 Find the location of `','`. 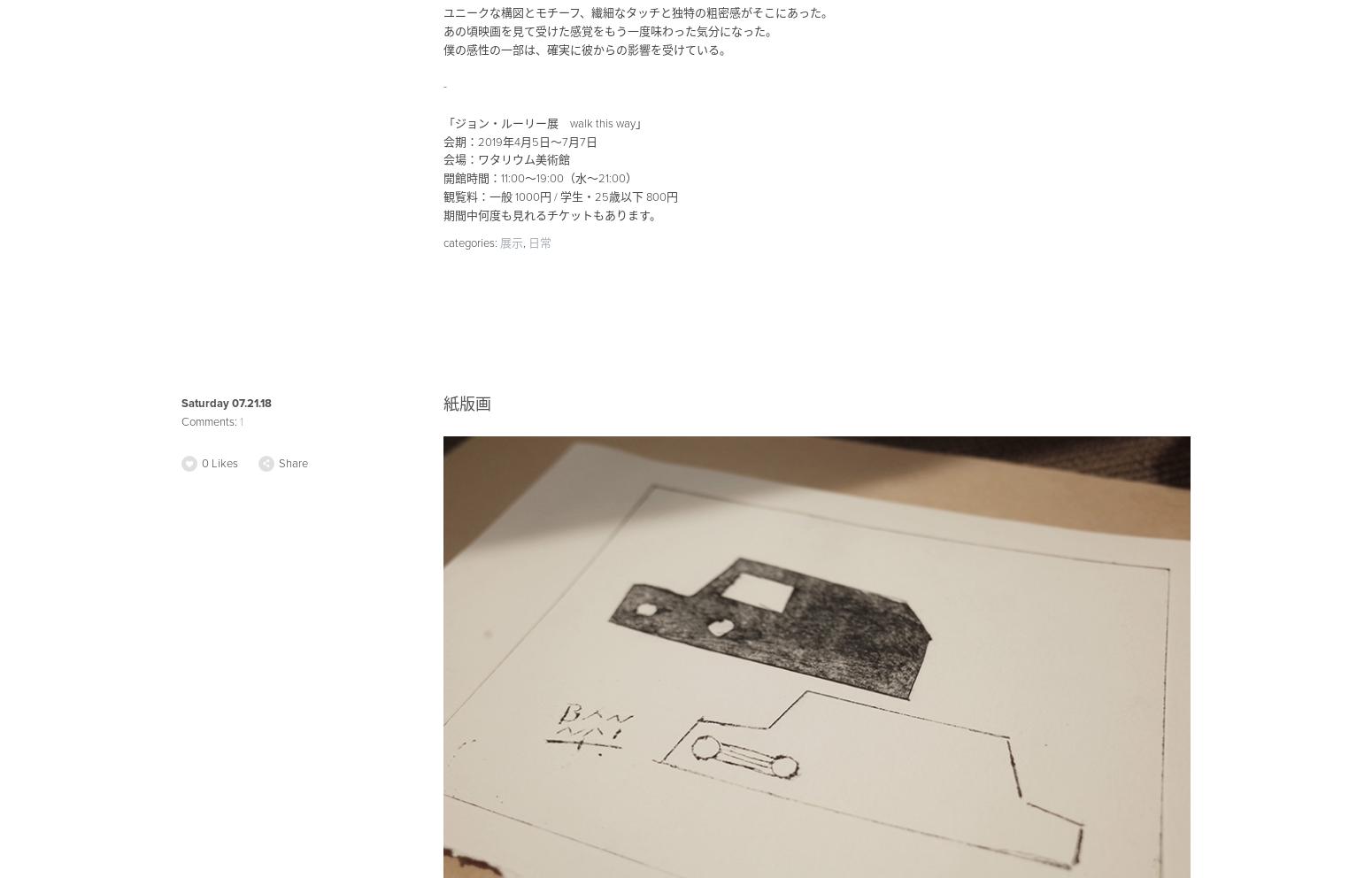

',' is located at coordinates (525, 241).